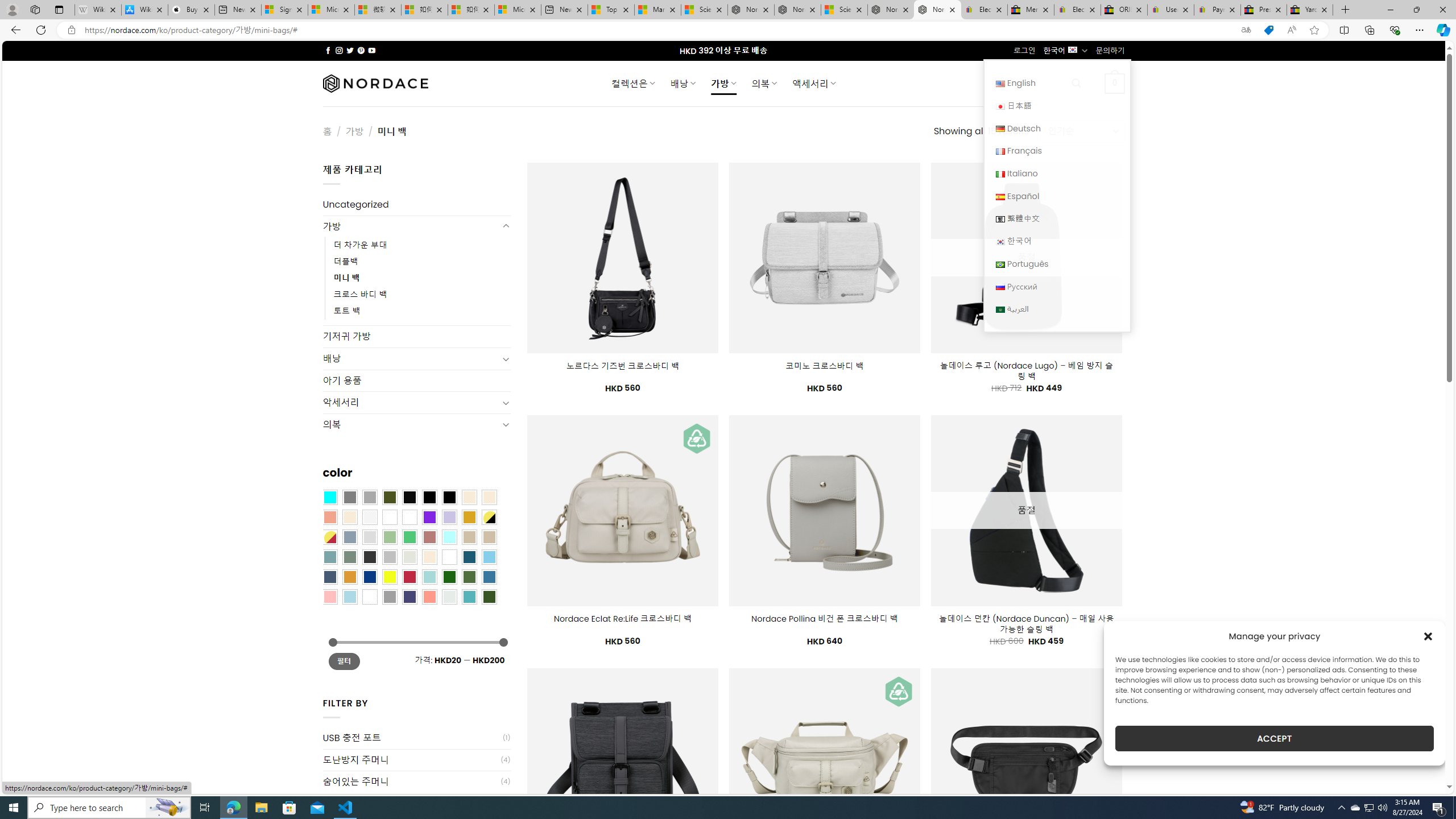 Image resolution: width=1456 pixels, height=819 pixels. Describe the element at coordinates (1057, 172) in the screenshot. I see `'Italiano Italiano'` at that location.